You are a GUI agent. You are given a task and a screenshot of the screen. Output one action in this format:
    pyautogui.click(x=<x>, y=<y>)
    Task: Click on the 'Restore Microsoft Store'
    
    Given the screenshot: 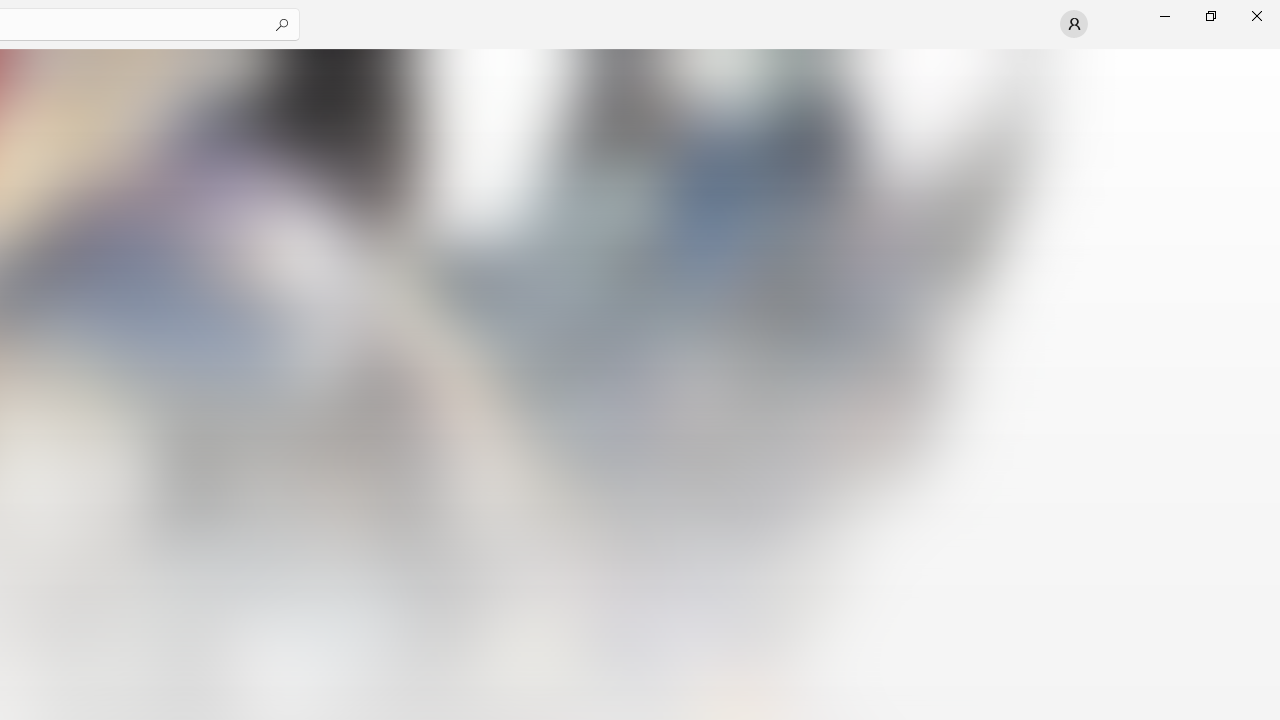 What is the action you would take?
    pyautogui.click(x=1209, y=15)
    